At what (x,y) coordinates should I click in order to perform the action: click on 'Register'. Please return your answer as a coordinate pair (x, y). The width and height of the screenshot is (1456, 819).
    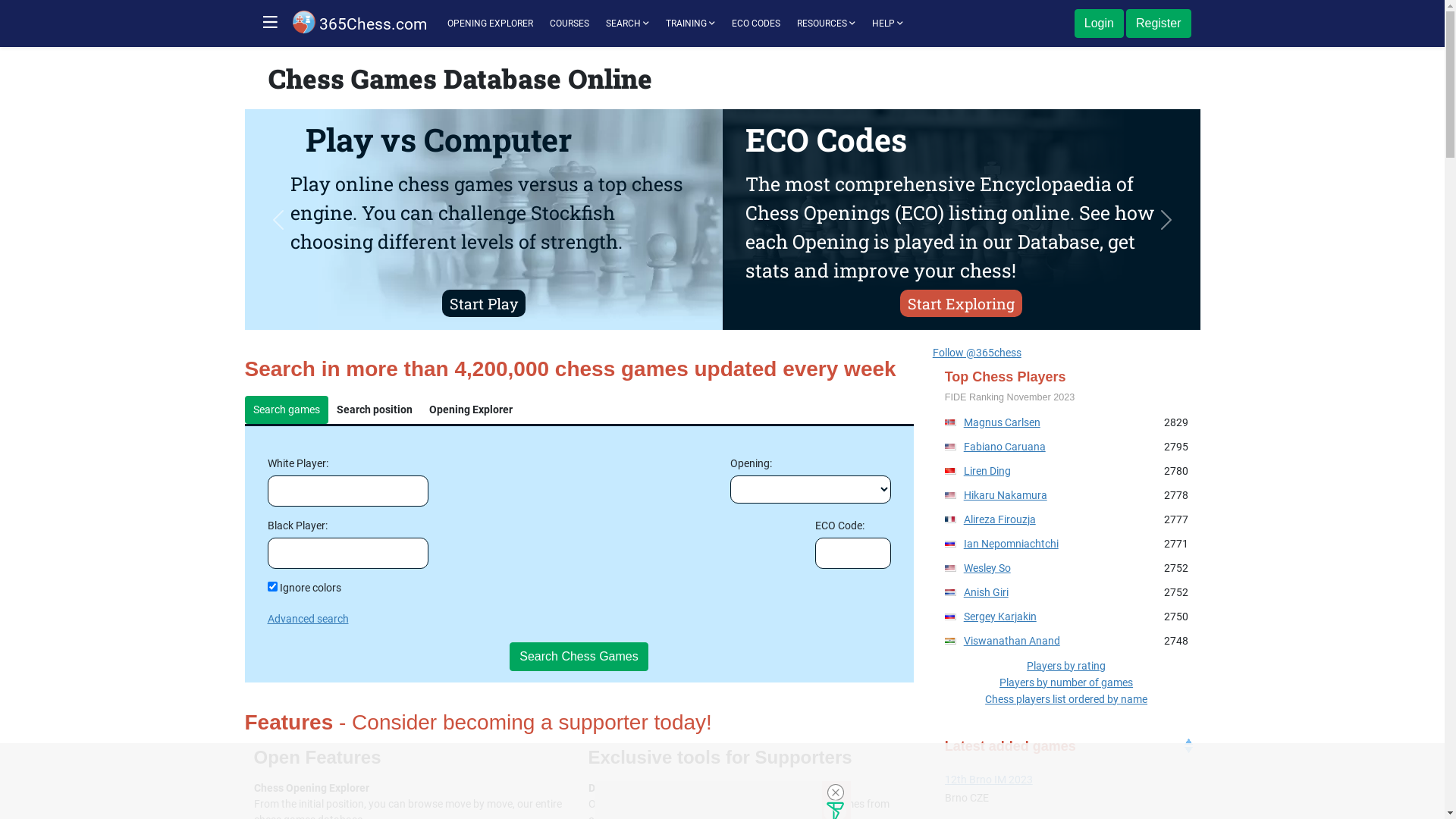
    Looking at the image, I should click on (1125, 23).